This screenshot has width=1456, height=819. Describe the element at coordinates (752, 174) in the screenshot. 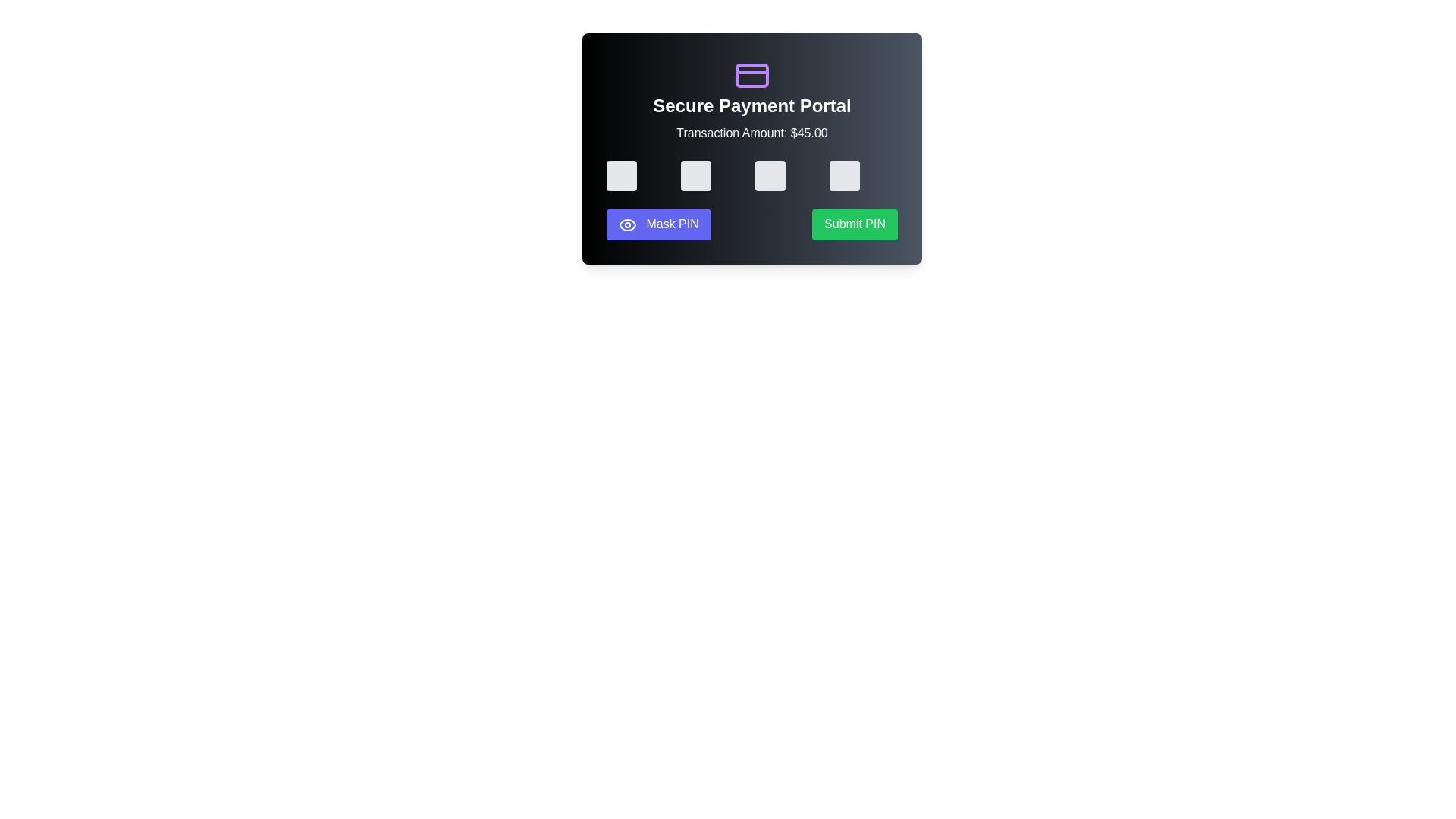

I see `the centered input fields in the payment form to focus on them` at that location.